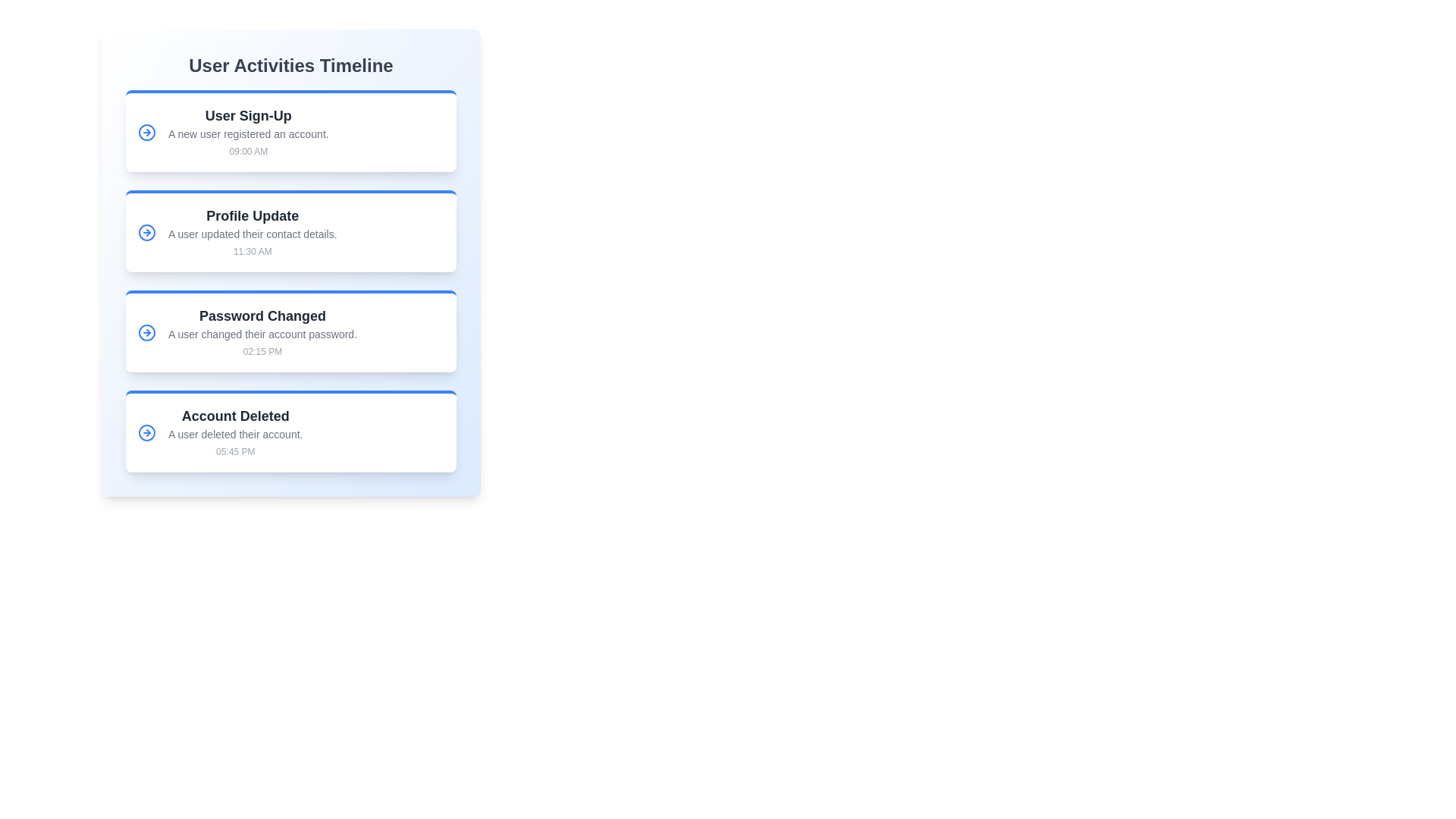 This screenshot has height=819, width=1456. What do you see at coordinates (262, 332) in the screenshot?
I see `information displayed in the Information Display Block titled 'Password Changed', which includes the description 'A user changed their account password.' and the timestamp '02:15 PM'` at bounding box center [262, 332].